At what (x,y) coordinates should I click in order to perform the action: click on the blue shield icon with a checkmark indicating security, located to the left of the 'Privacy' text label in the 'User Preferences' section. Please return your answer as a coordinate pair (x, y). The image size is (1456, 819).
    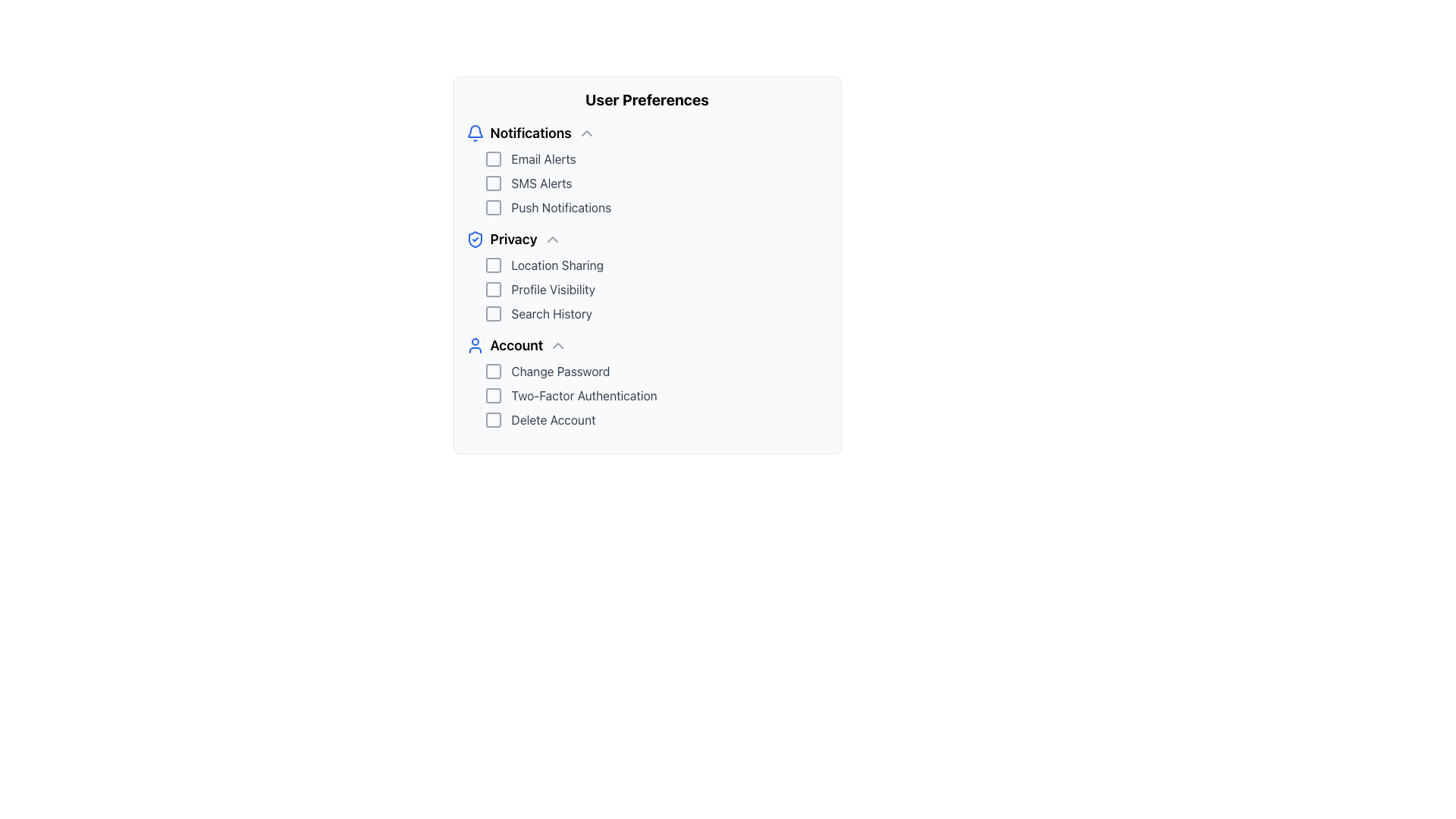
    Looking at the image, I should click on (474, 239).